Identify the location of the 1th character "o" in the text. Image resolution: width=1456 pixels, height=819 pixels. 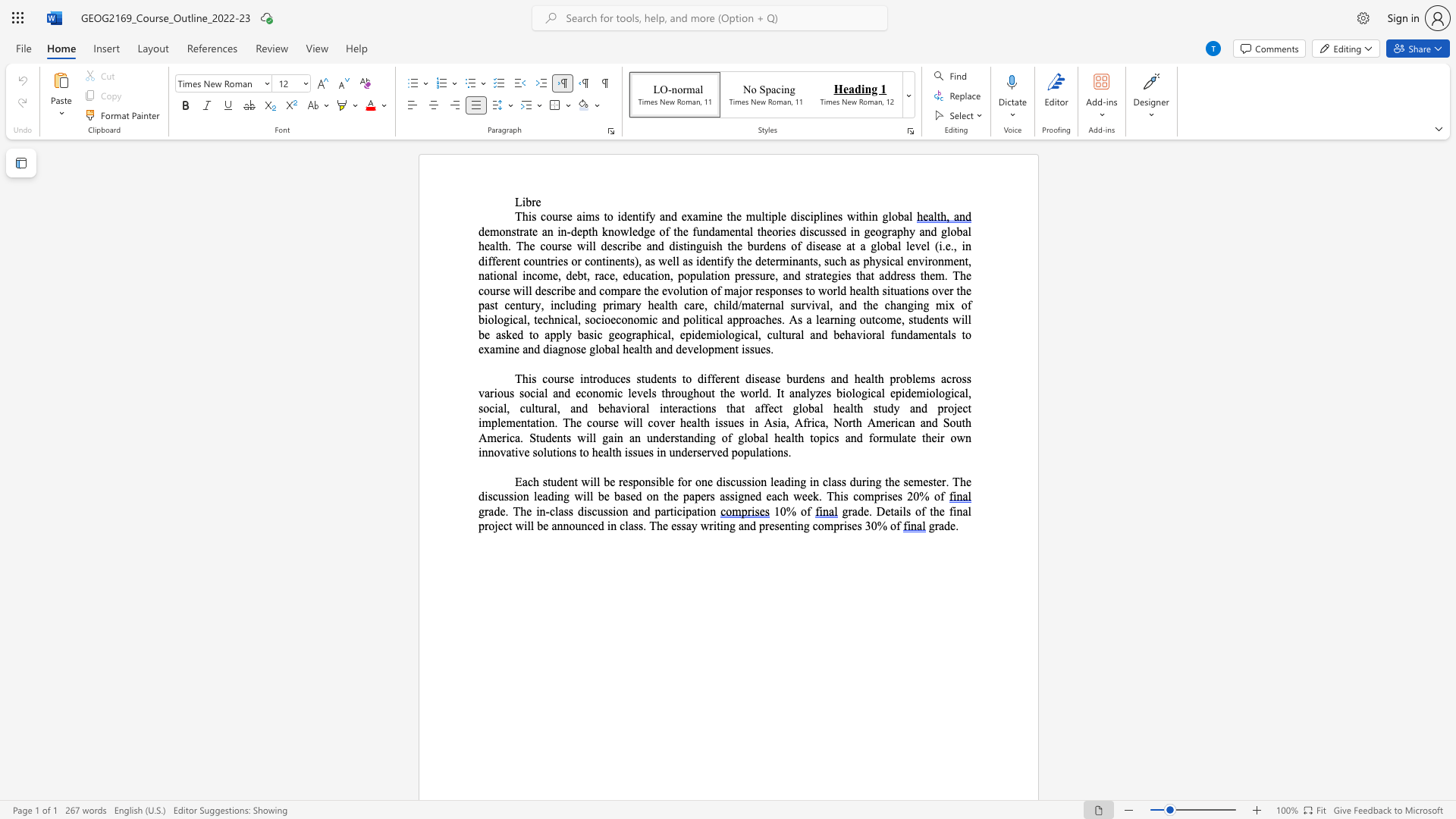
(592, 260).